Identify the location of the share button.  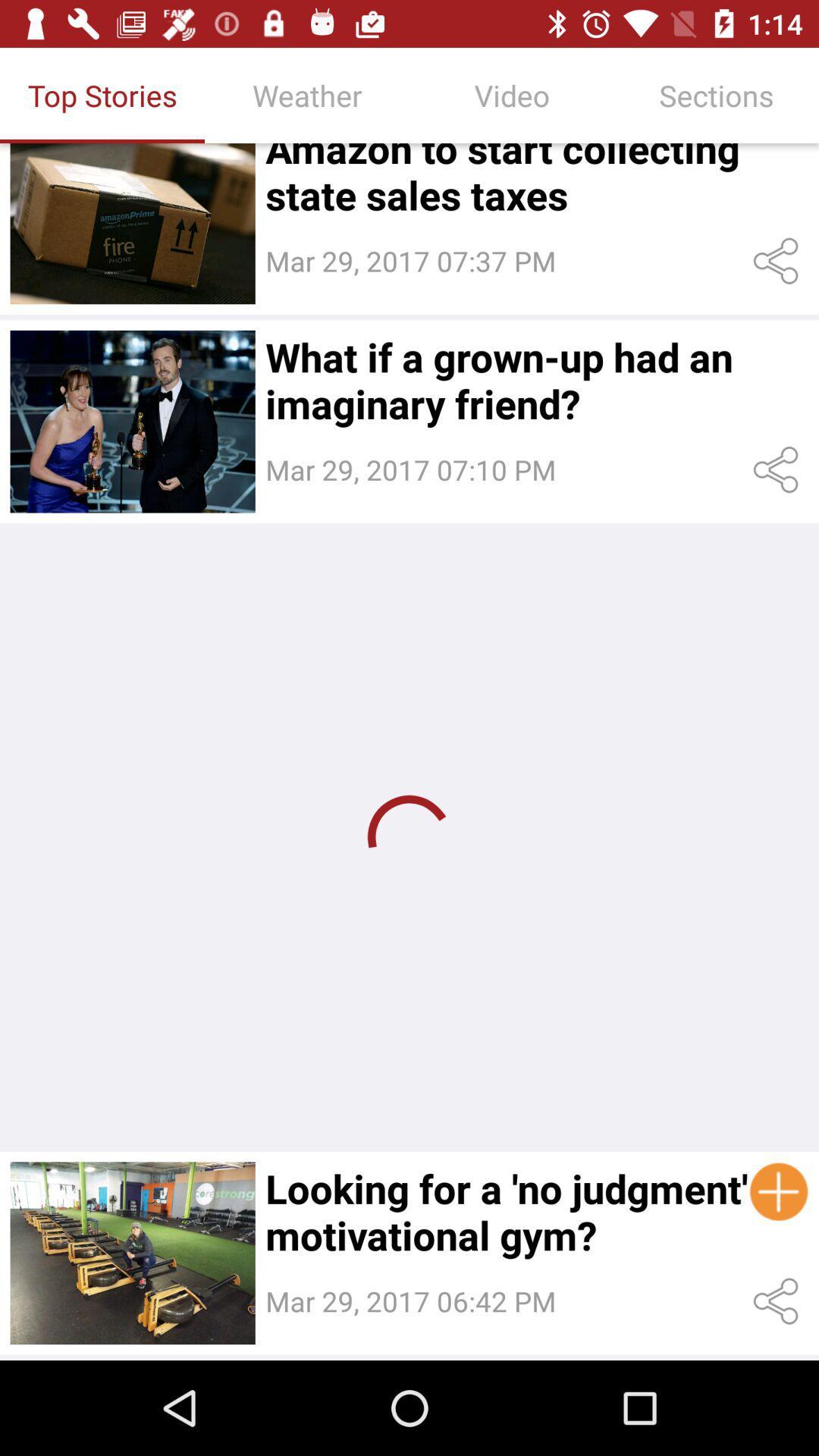
(779, 1301).